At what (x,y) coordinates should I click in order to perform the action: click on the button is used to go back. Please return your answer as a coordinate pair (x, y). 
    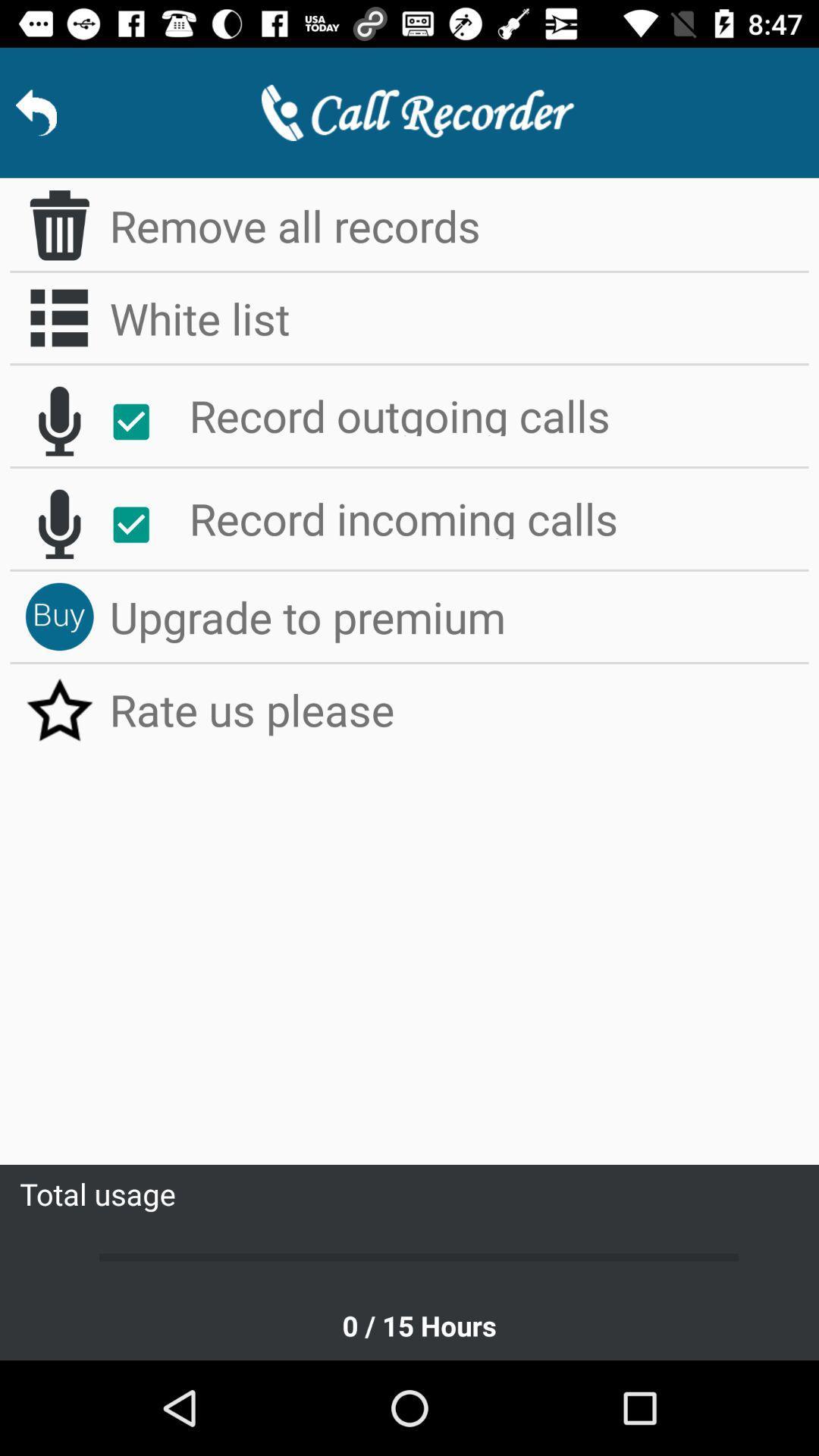
    Looking at the image, I should click on (35, 111).